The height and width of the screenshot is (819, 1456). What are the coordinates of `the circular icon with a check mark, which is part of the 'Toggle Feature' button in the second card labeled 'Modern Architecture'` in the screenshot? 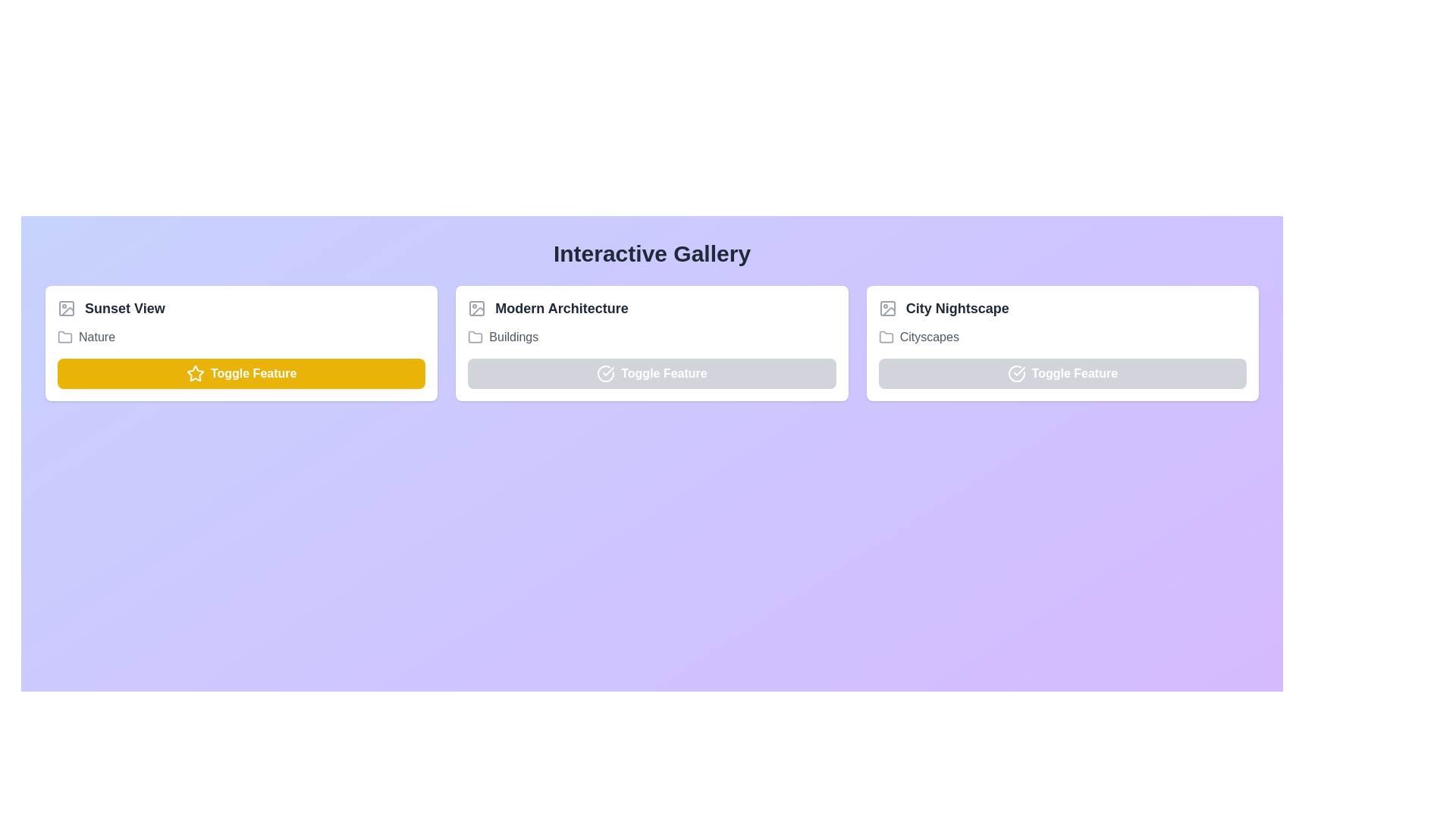 It's located at (605, 374).